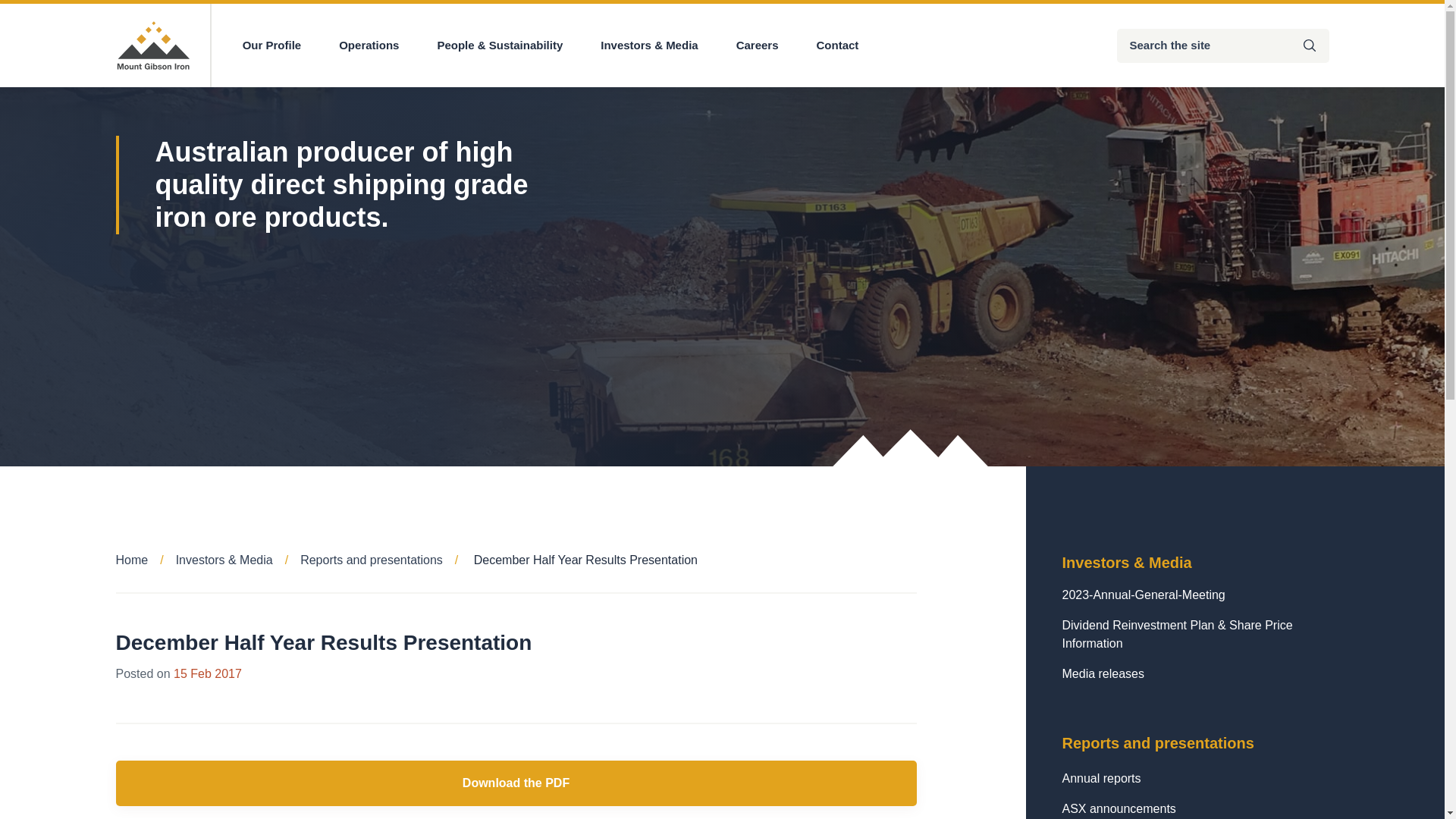 This screenshot has height=819, width=1456. I want to click on 'People & Sustainability', so click(499, 45).